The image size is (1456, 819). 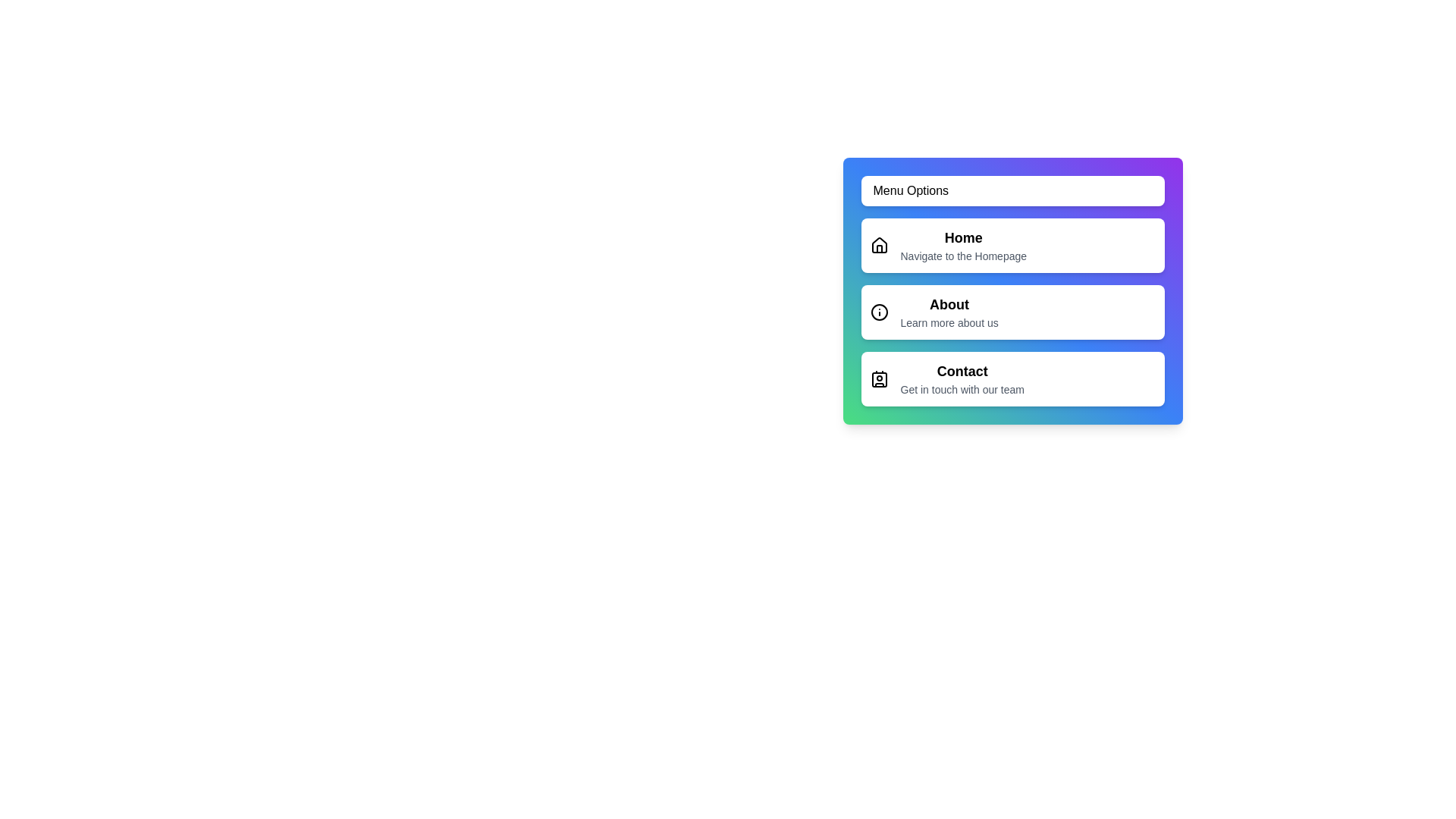 I want to click on the text description of the menu item labeled Home, so click(x=962, y=256).